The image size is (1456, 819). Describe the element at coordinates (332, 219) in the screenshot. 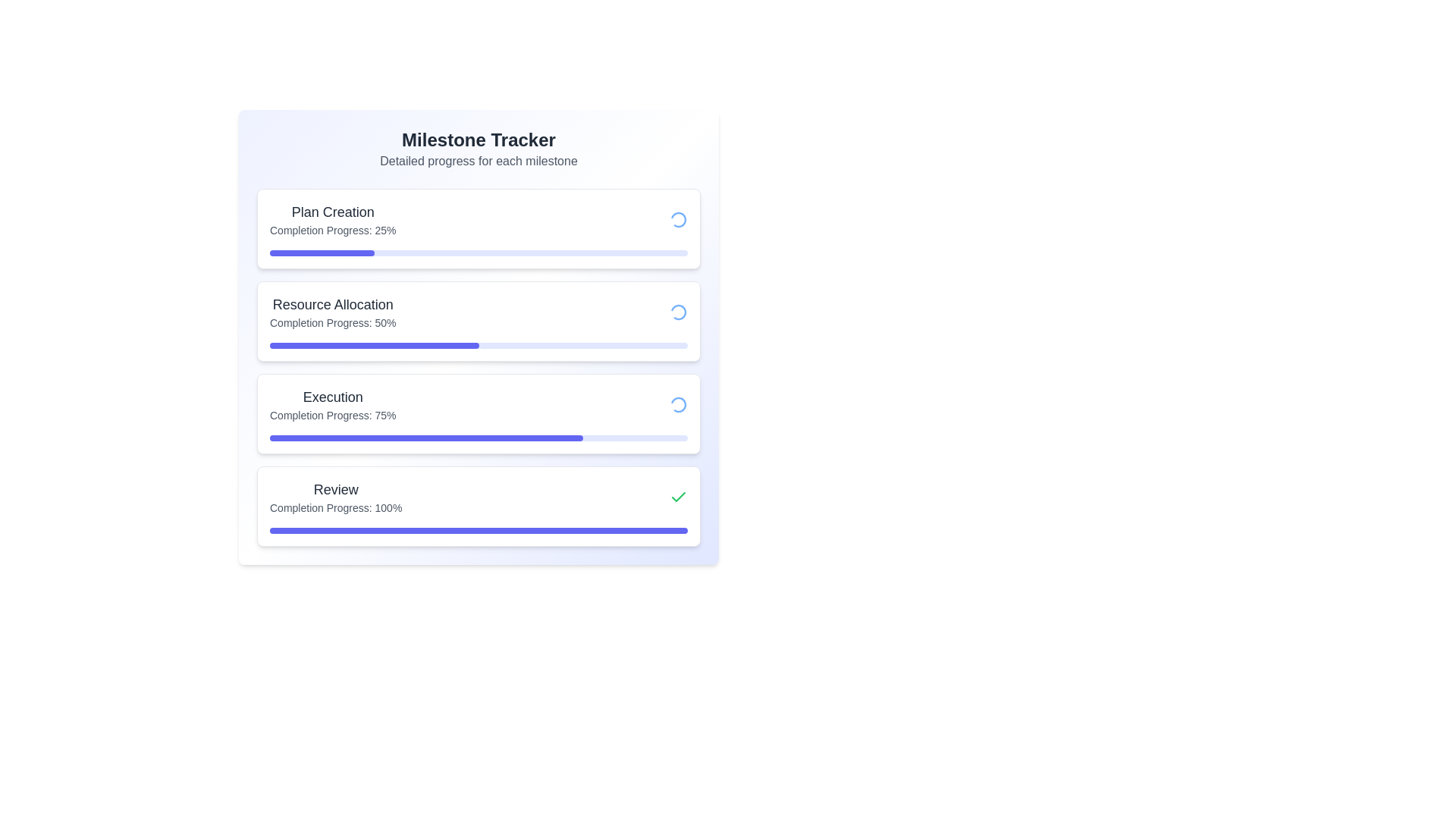

I see `the 'Plan Creation' text block that displays 'Completion Progress: 25%', which is the first item in the vertical list of milestone items` at that location.